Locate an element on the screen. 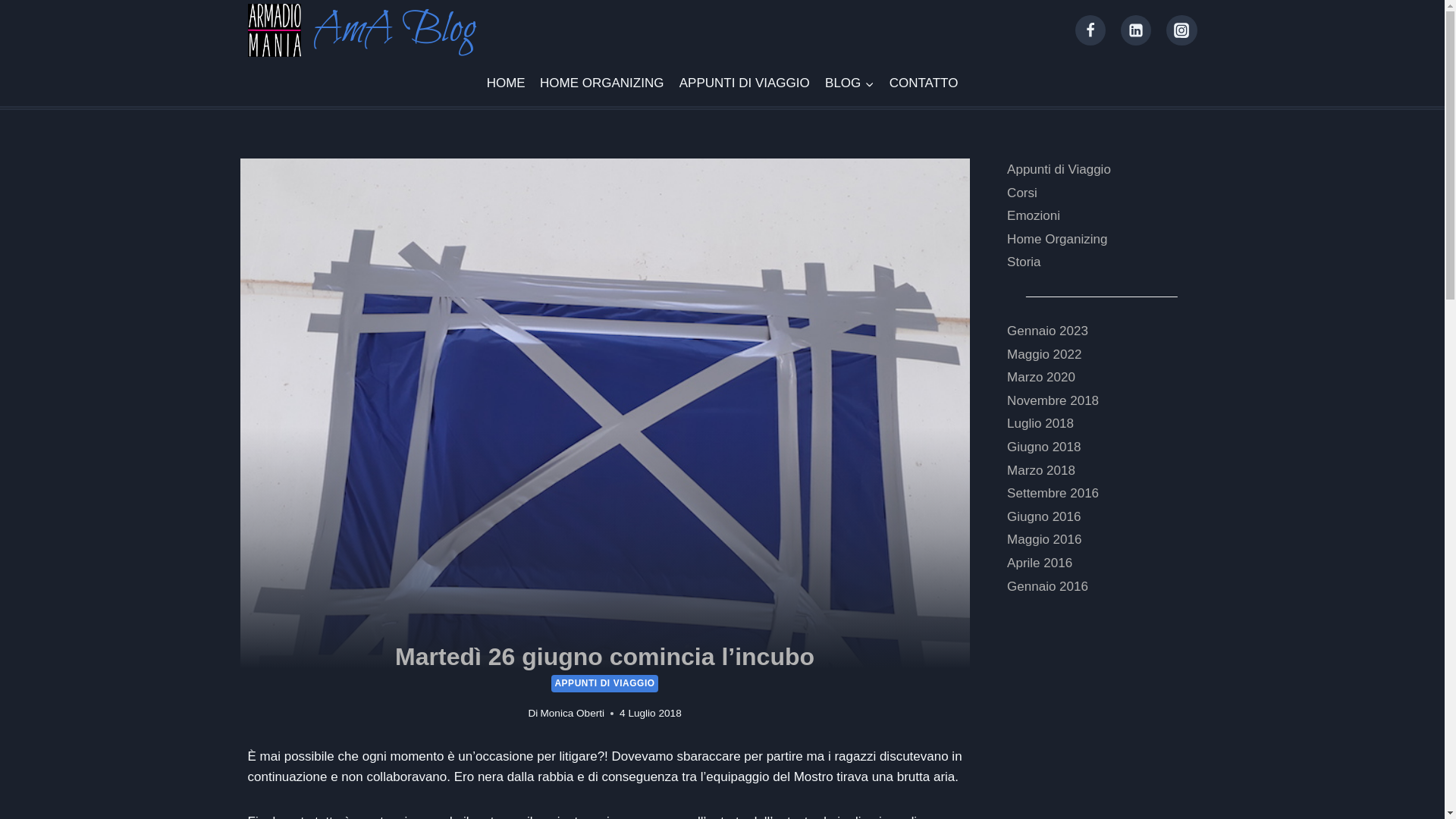 Image resolution: width=1456 pixels, height=819 pixels. 'Marzo 2018' is located at coordinates (1007, 469).